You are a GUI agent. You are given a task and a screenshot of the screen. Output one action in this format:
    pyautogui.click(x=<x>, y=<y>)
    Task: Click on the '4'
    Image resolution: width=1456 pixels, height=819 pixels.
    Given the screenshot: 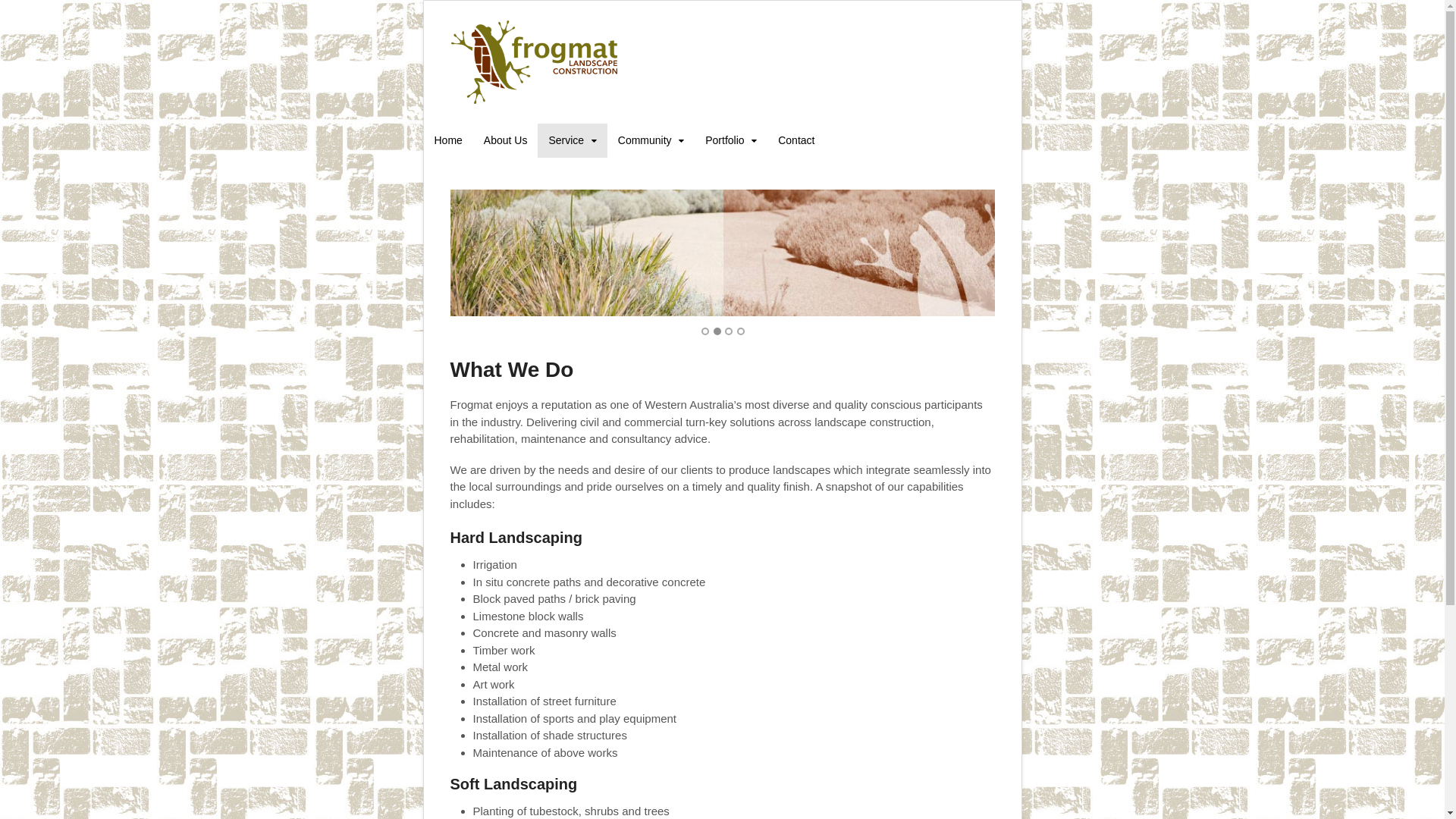 What is the action you would take?
    pyautogui.click(x=741, y=330)
    